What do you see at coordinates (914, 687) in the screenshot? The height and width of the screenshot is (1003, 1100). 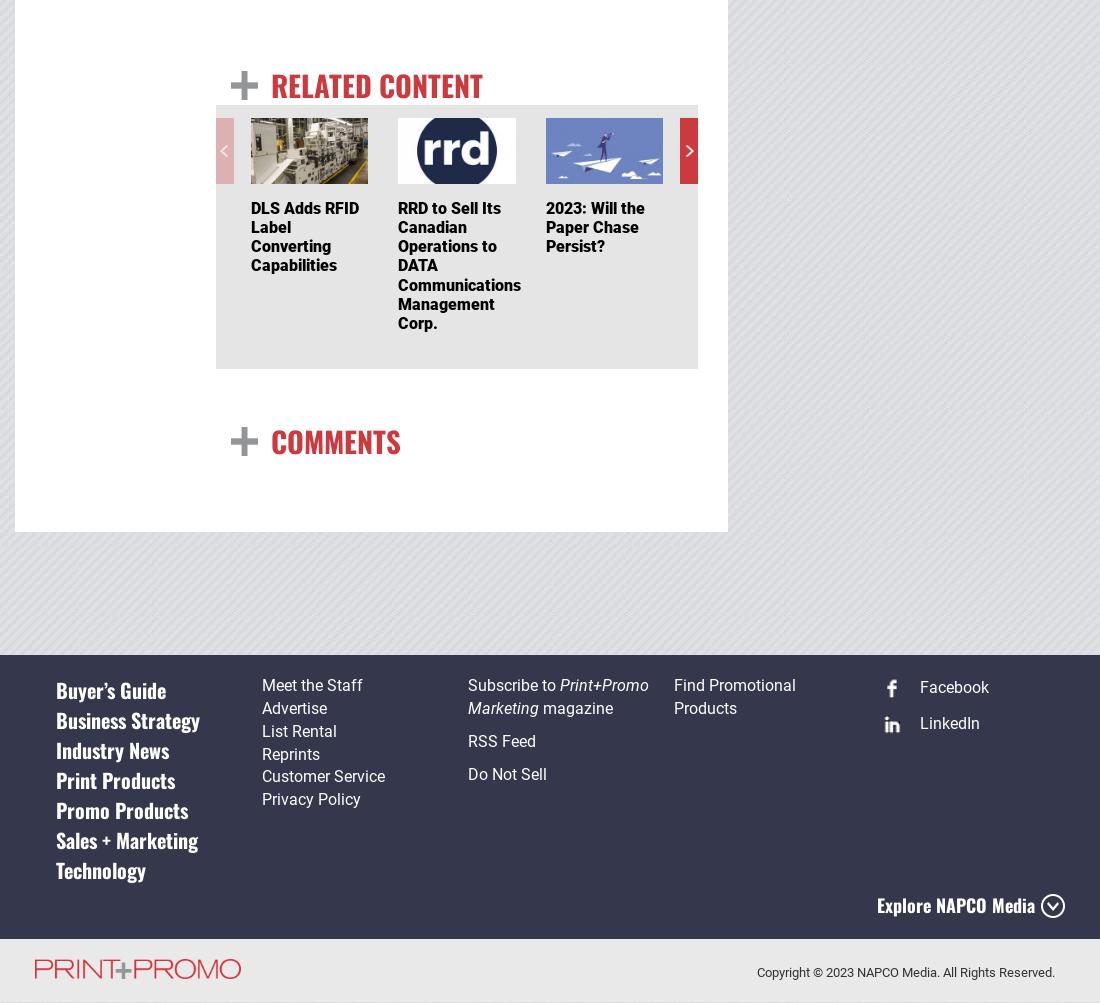 I see `'Facebook'` at bounding box center [914, 687].